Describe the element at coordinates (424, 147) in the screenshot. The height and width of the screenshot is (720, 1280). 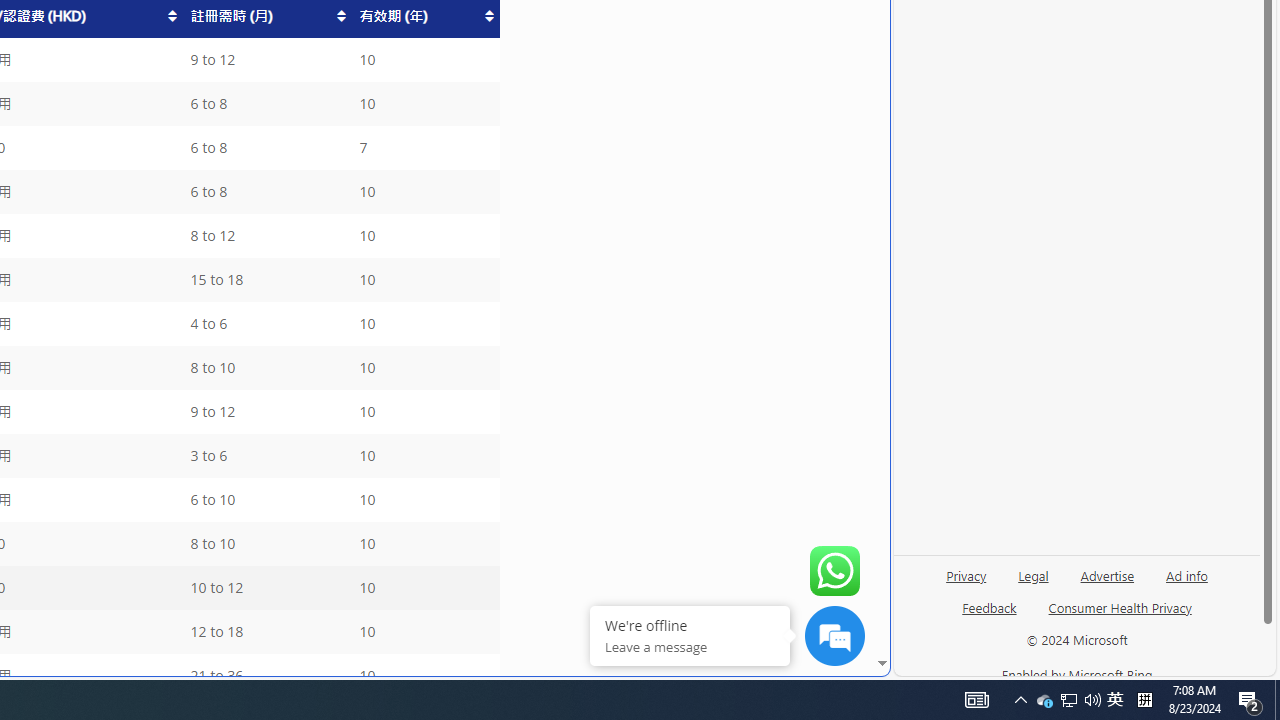
I see `'7'` at that location.